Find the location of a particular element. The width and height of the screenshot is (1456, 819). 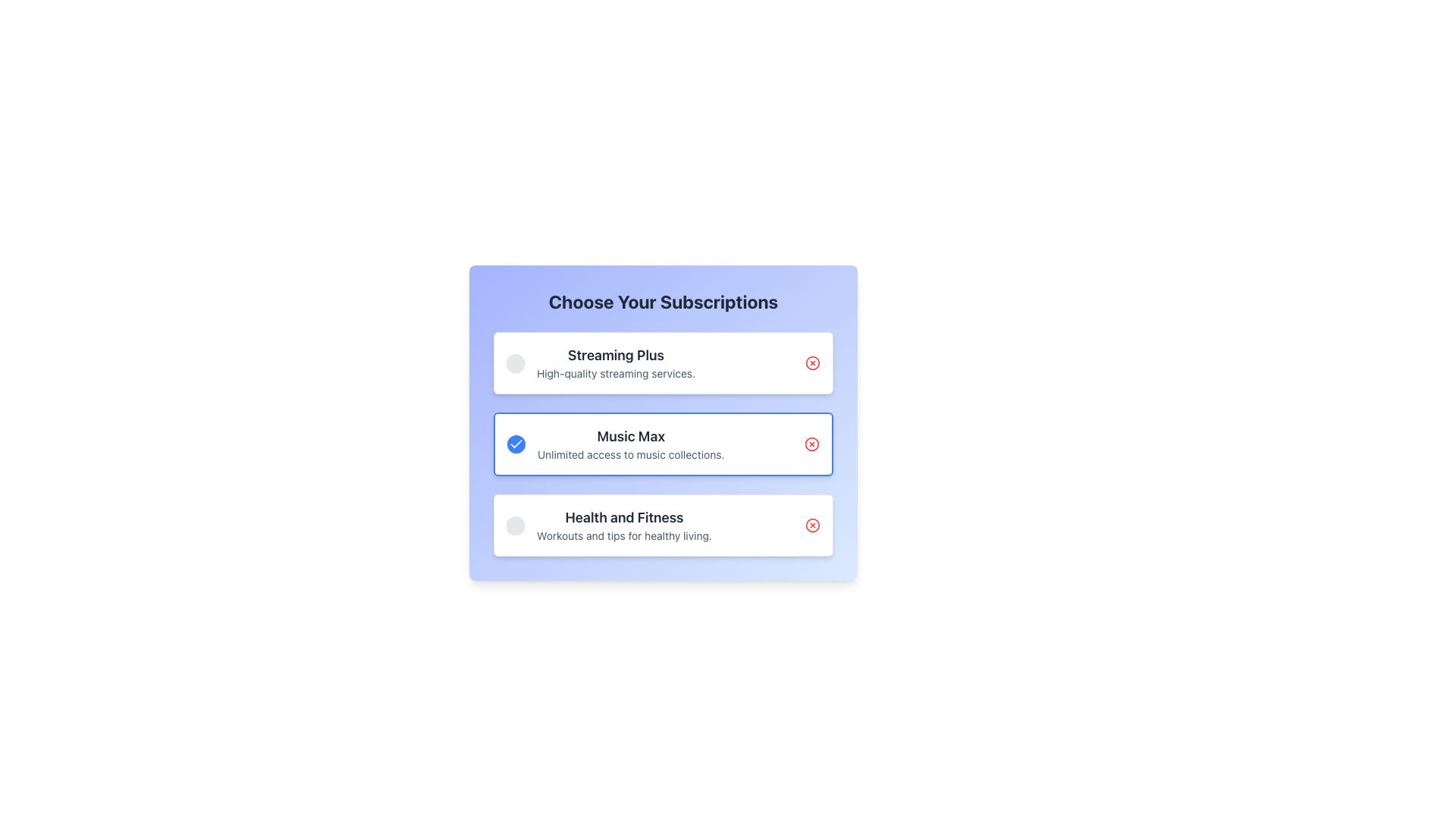

text content of the selectable option labeled 'Music Max' with a blue border and a checkmark icon on the left is located at coordinates (663, 444).